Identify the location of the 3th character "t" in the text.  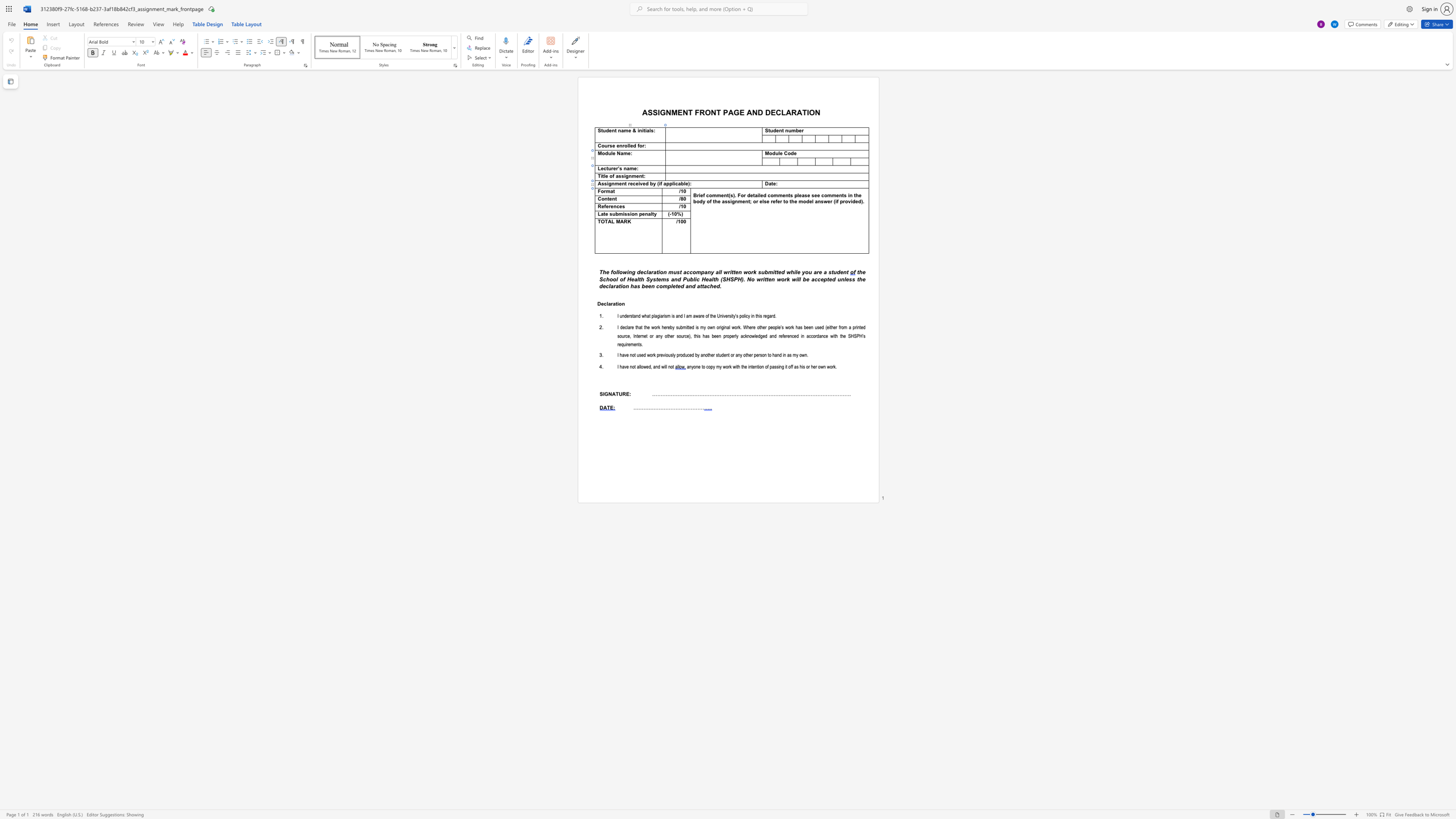
(789, 195).